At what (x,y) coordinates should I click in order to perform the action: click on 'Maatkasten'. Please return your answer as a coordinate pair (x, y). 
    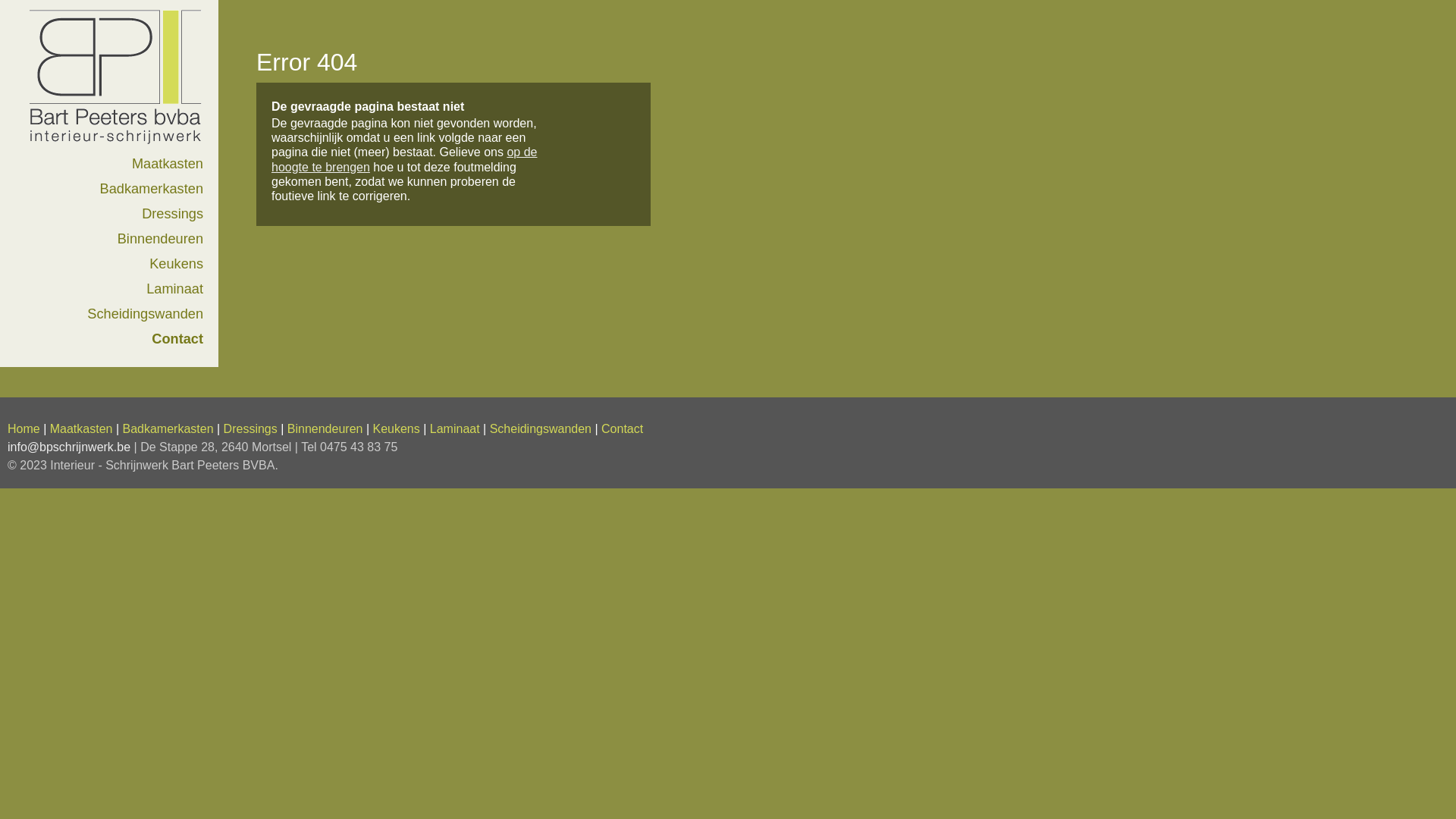
    Looking at the image, I should click on (80, 428).